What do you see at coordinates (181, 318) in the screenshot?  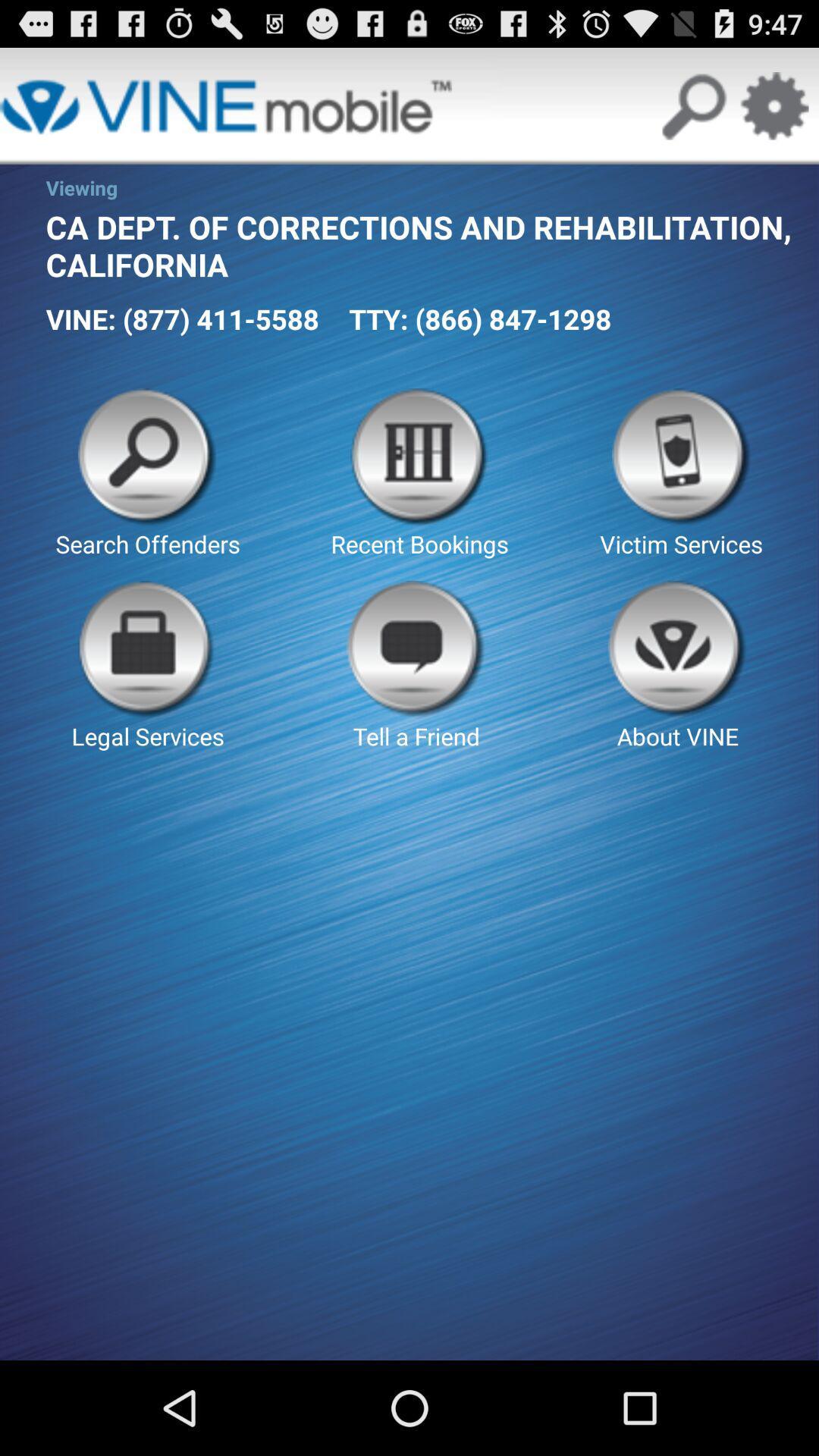 I see `the item above the search offenders item` at bounding box center [181, 318].